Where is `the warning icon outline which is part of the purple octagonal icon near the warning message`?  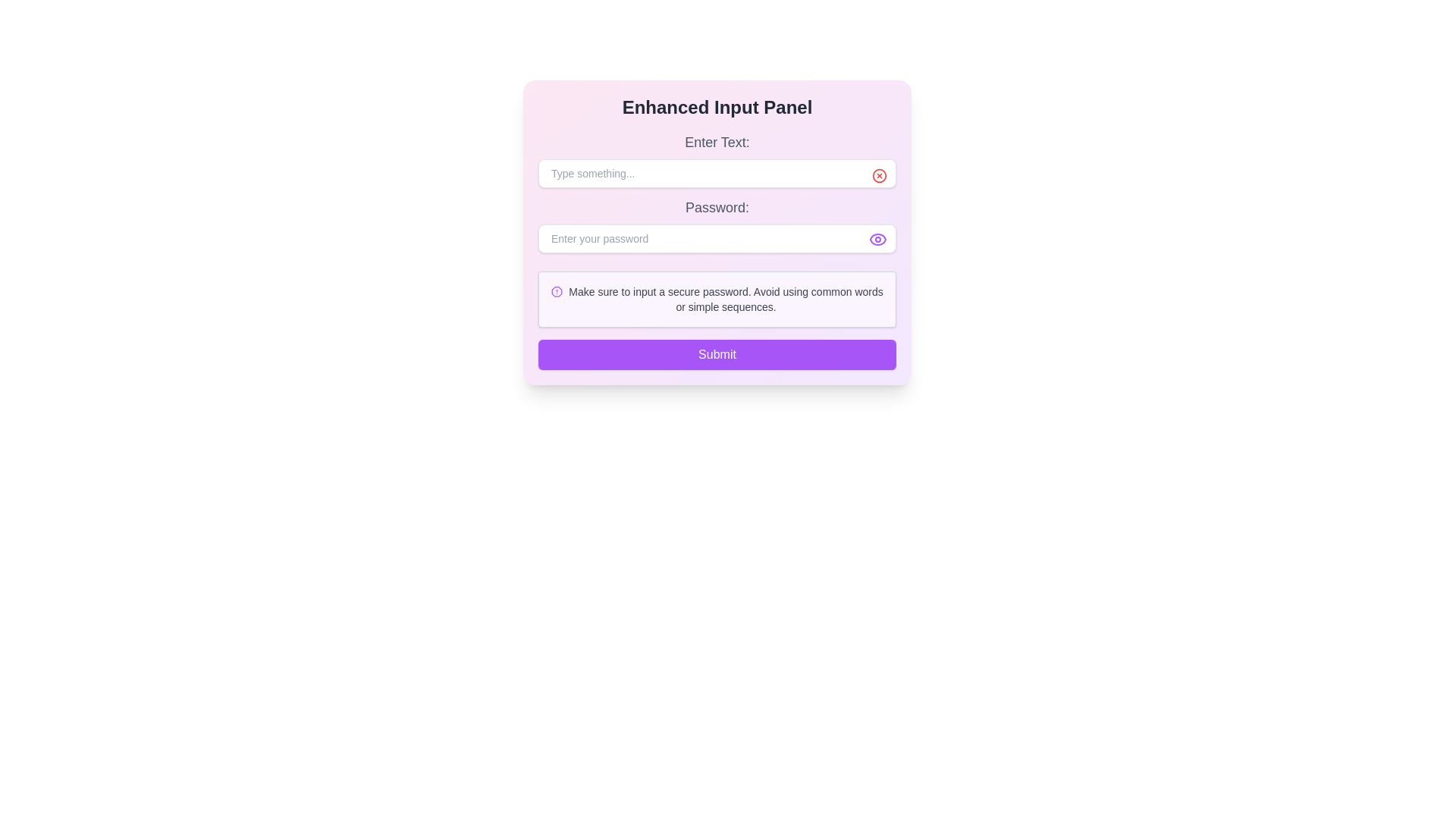 the warning icon outline which is part of the purple octagonal icon near the warning message is located at coordinates (556, 292).